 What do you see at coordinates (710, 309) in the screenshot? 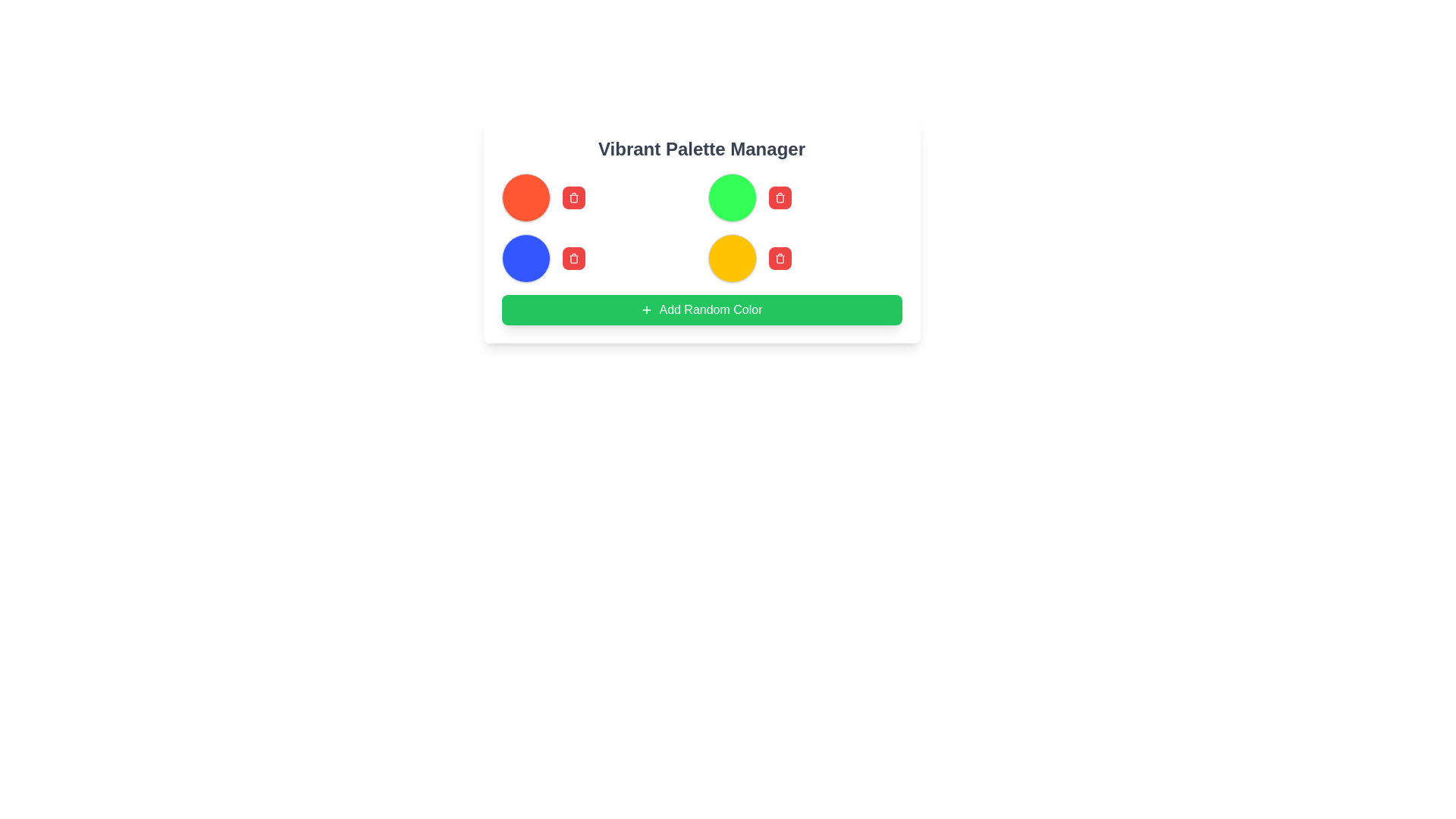
I see `the green button labeled 'Add Random Color' located at the bottom center of the interface` at bounding box center [710, 309].